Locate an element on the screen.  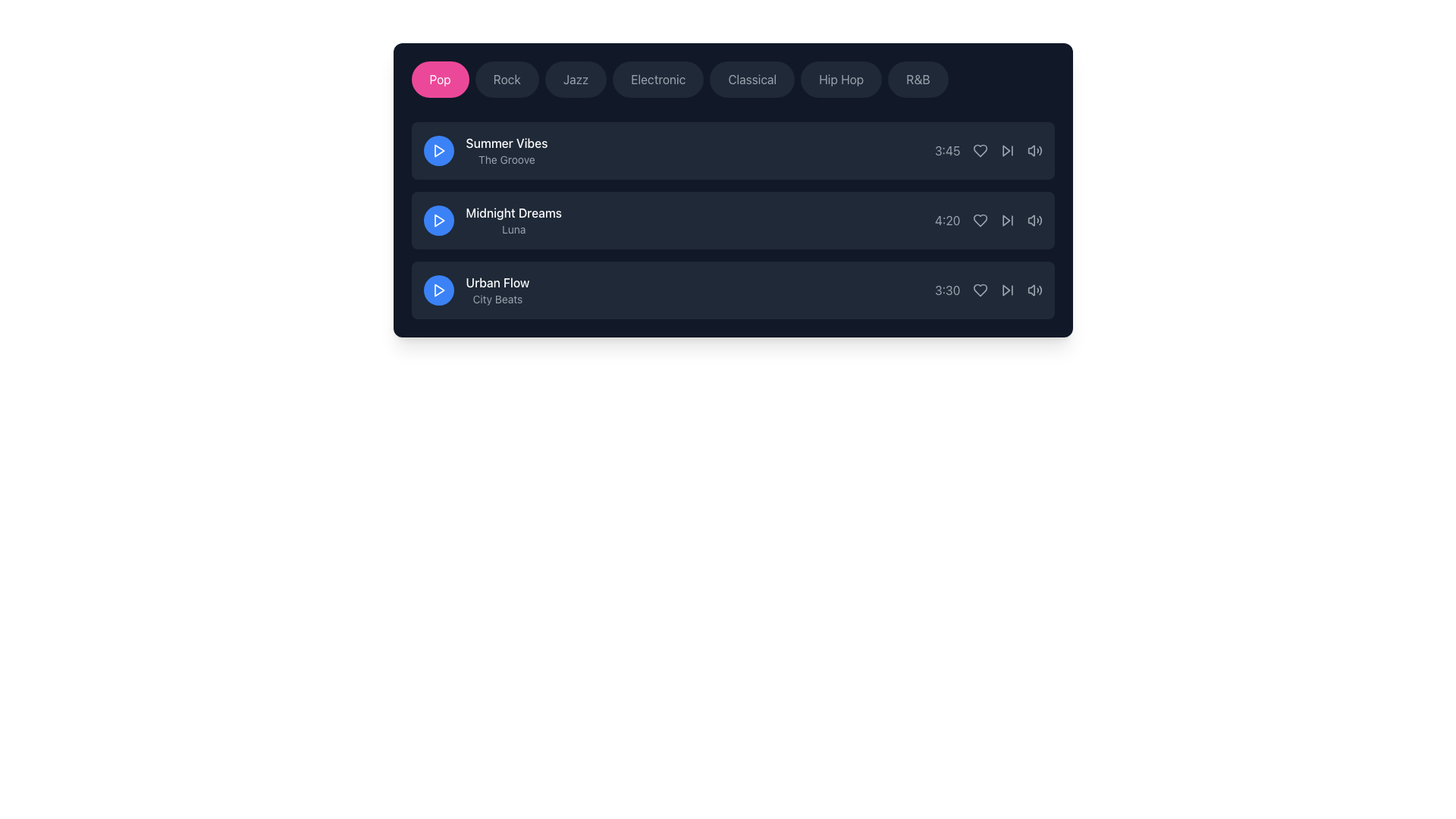
the heart-shaped icon located at the far-right end of the first song entry in the list is located at coordinates (980, 151).